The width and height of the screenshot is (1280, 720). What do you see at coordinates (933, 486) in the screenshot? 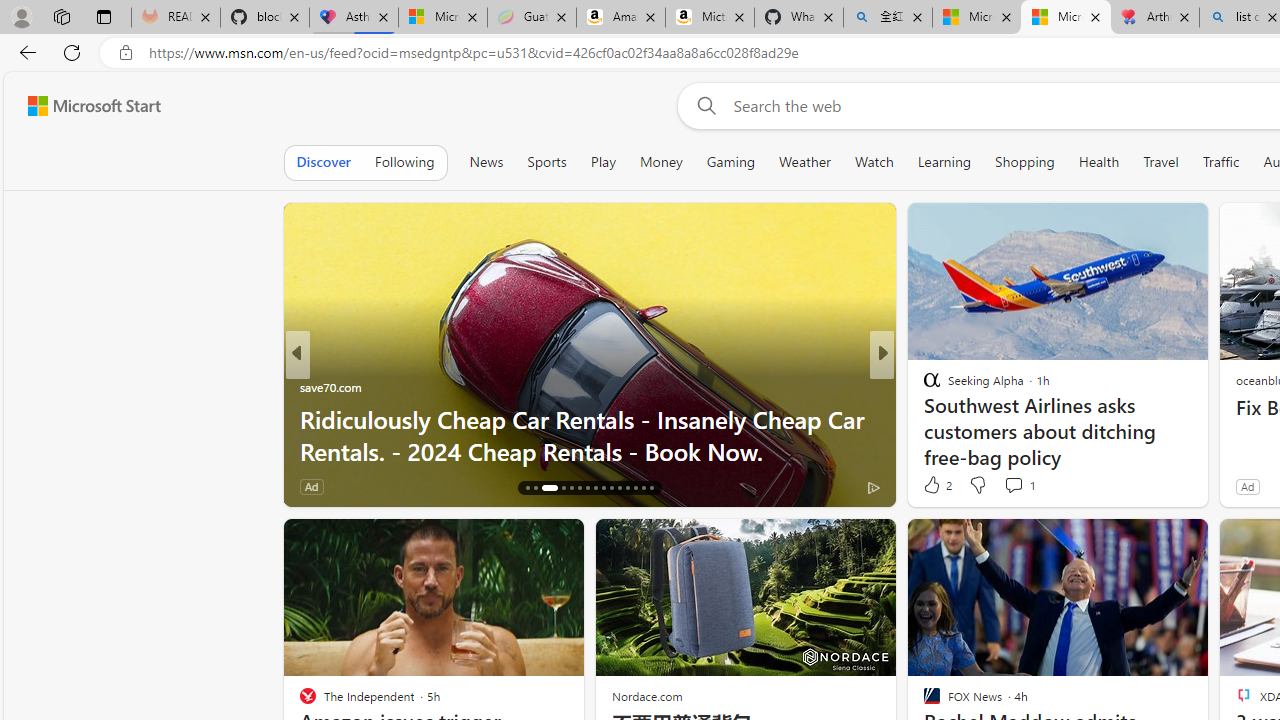
I see `'22 Like'` at bounding box center [933, 486].